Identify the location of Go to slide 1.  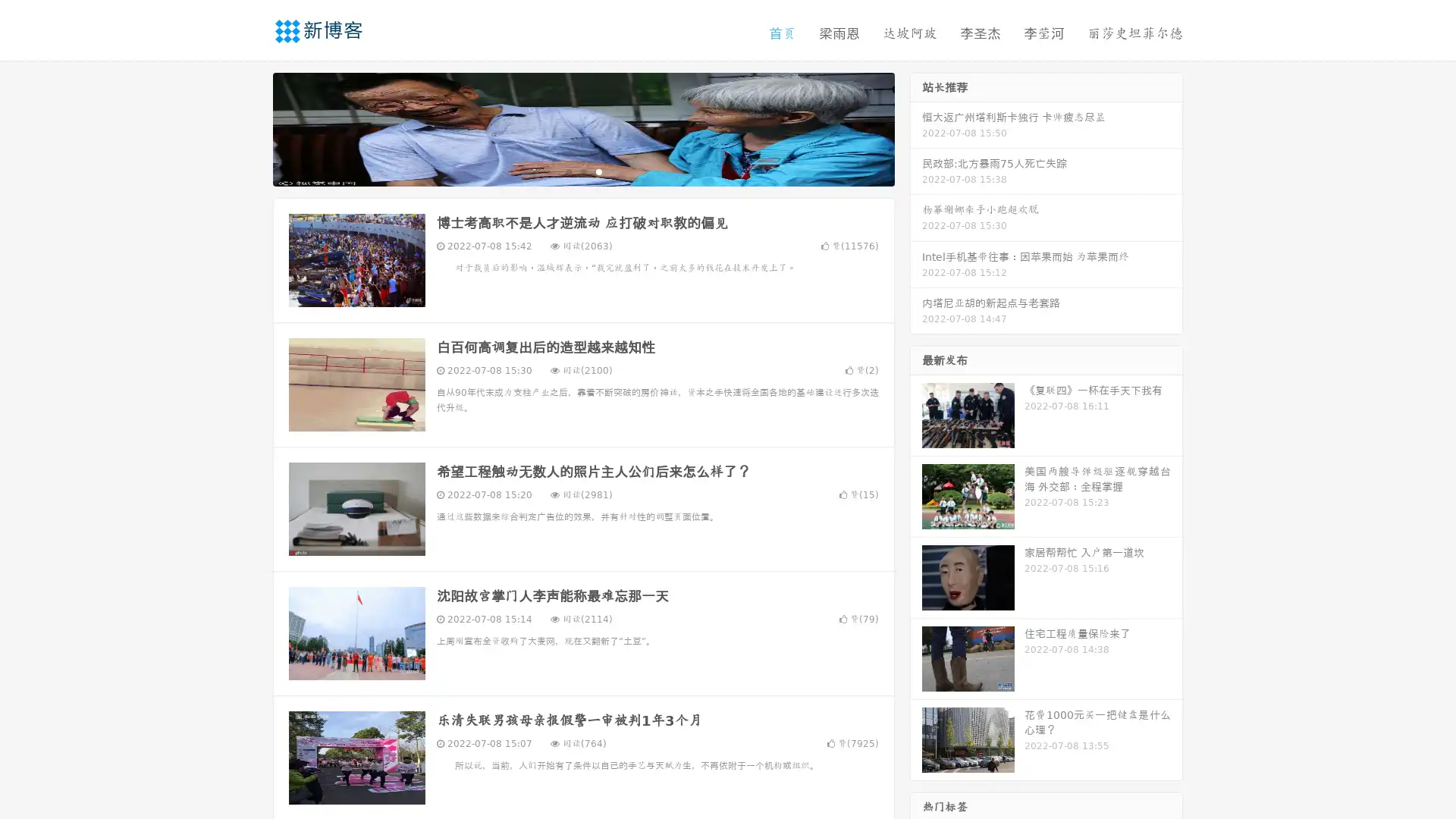
(567, 171).